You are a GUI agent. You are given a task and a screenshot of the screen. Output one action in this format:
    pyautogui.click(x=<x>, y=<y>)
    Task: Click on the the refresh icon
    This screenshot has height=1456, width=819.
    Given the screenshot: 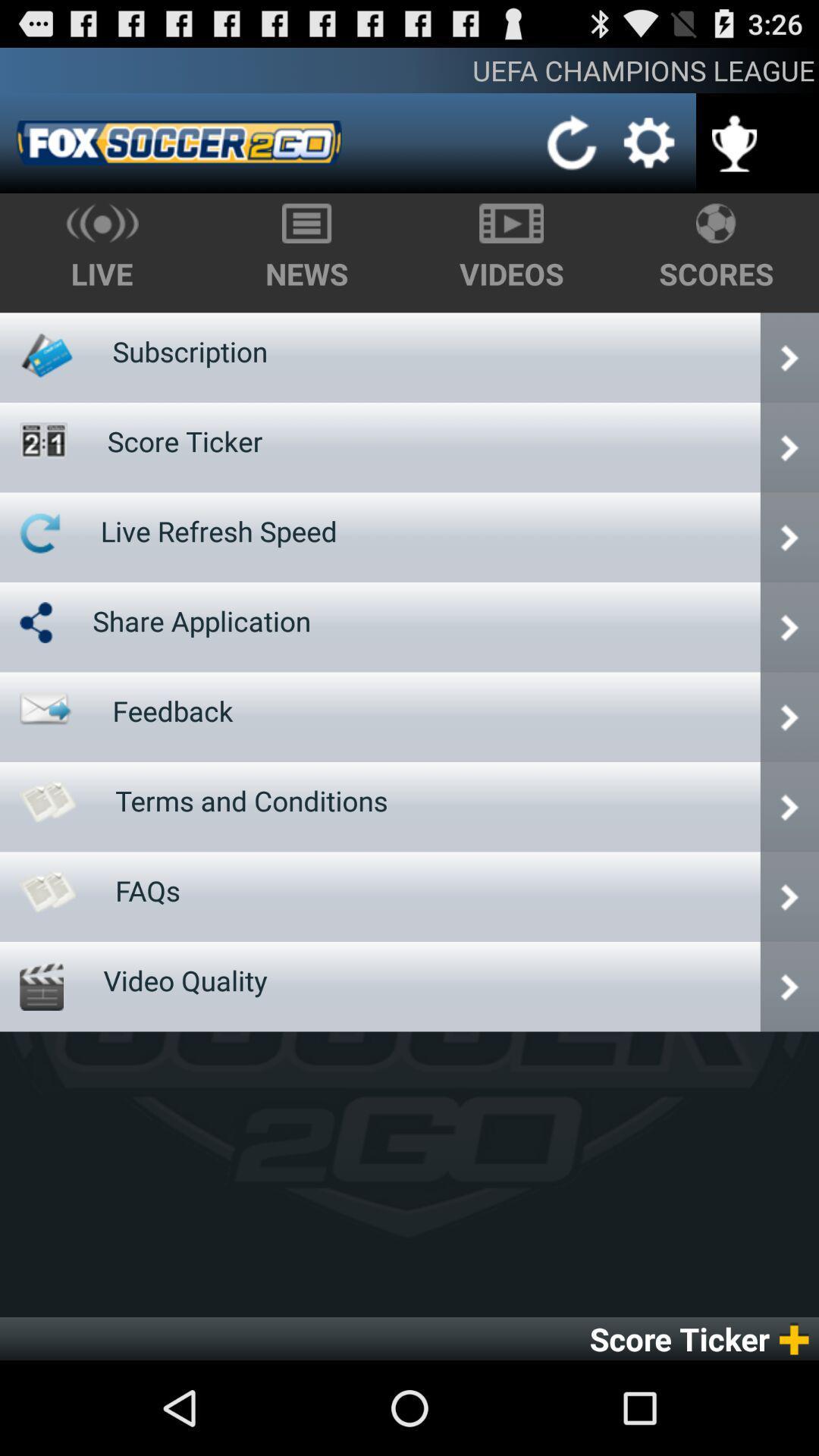 What is the action you would take?
    pyautogui.click(x=573, y=153)
    